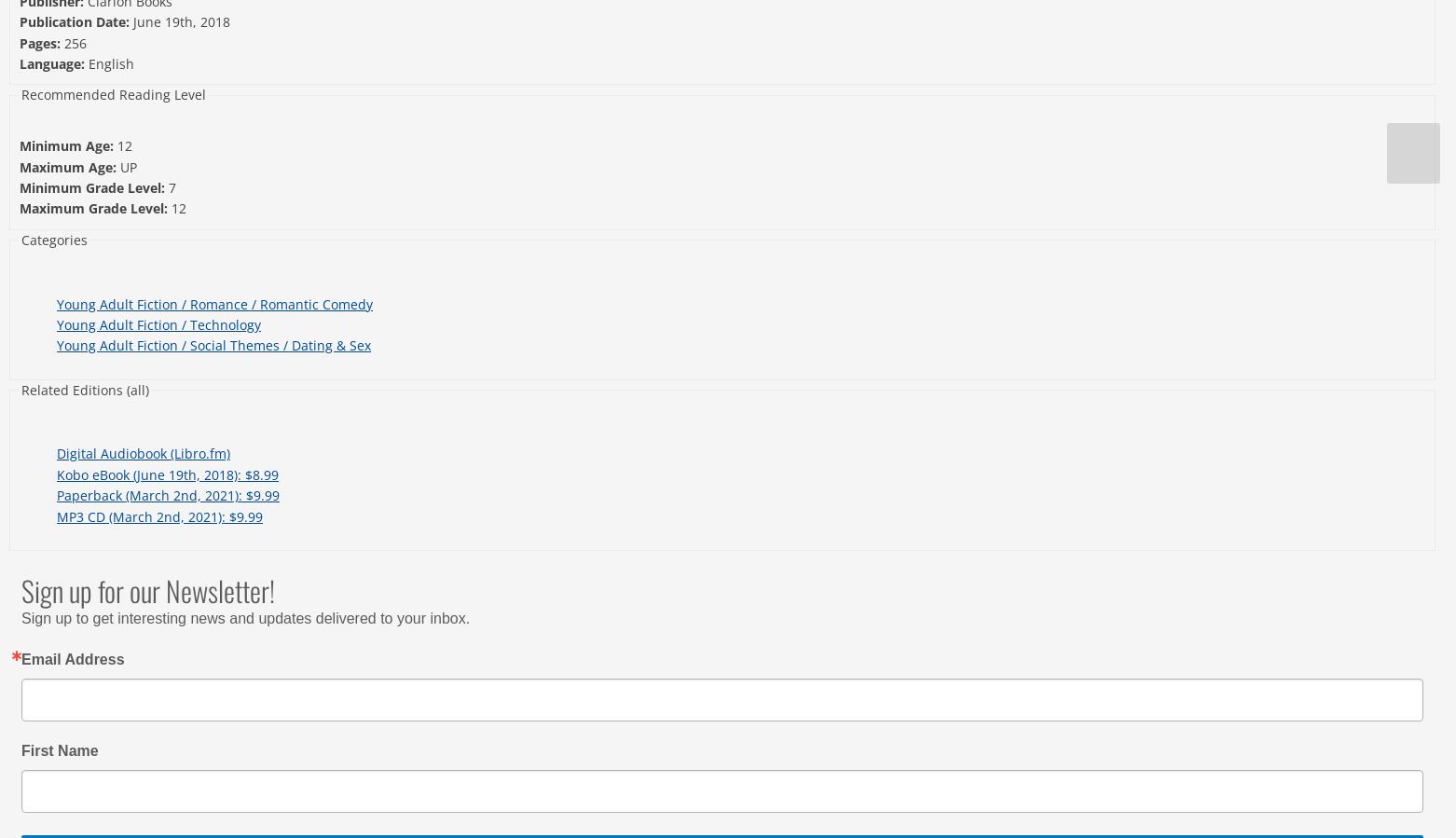 Image resolution: width=1456 pixels, height=838 pixels. What do you see at coordinates (158, 515) in the screenshot?
I see `'MP3 CD (March 2nd, 2021): $9.99'` at bounding box center [158, 515].